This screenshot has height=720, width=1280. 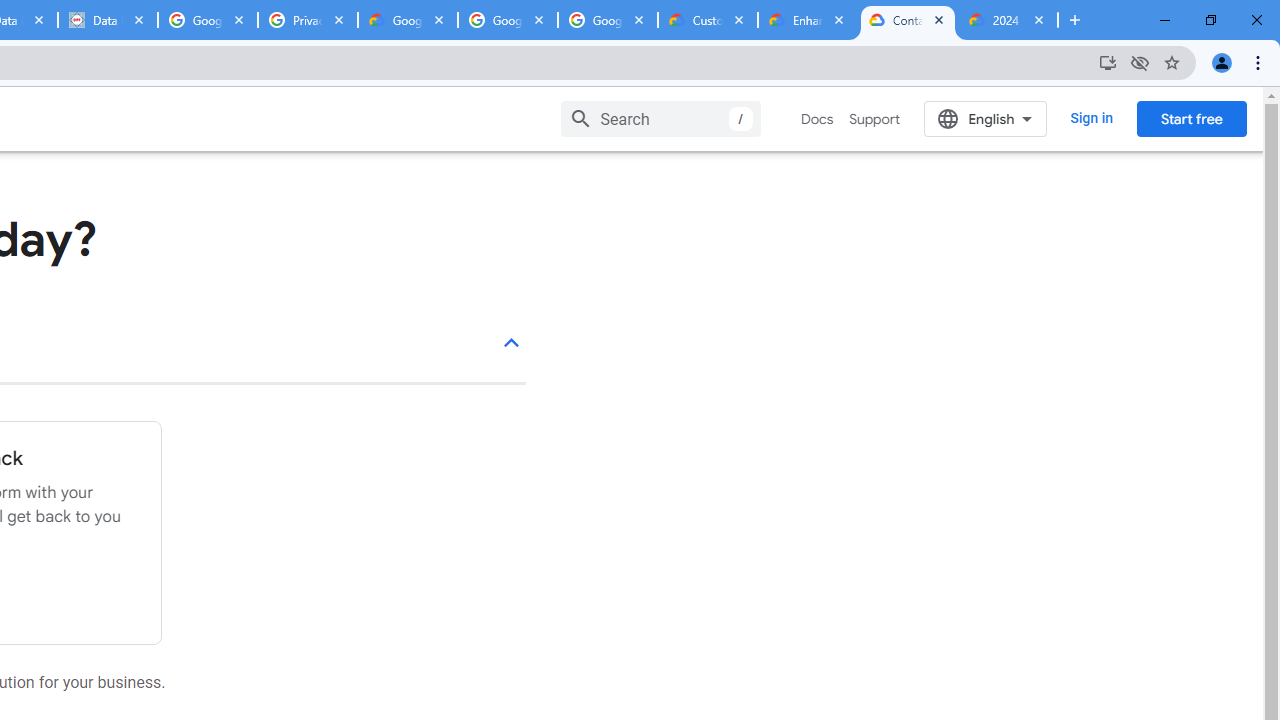 I want to click on 'English', so click(x=985, y=118).